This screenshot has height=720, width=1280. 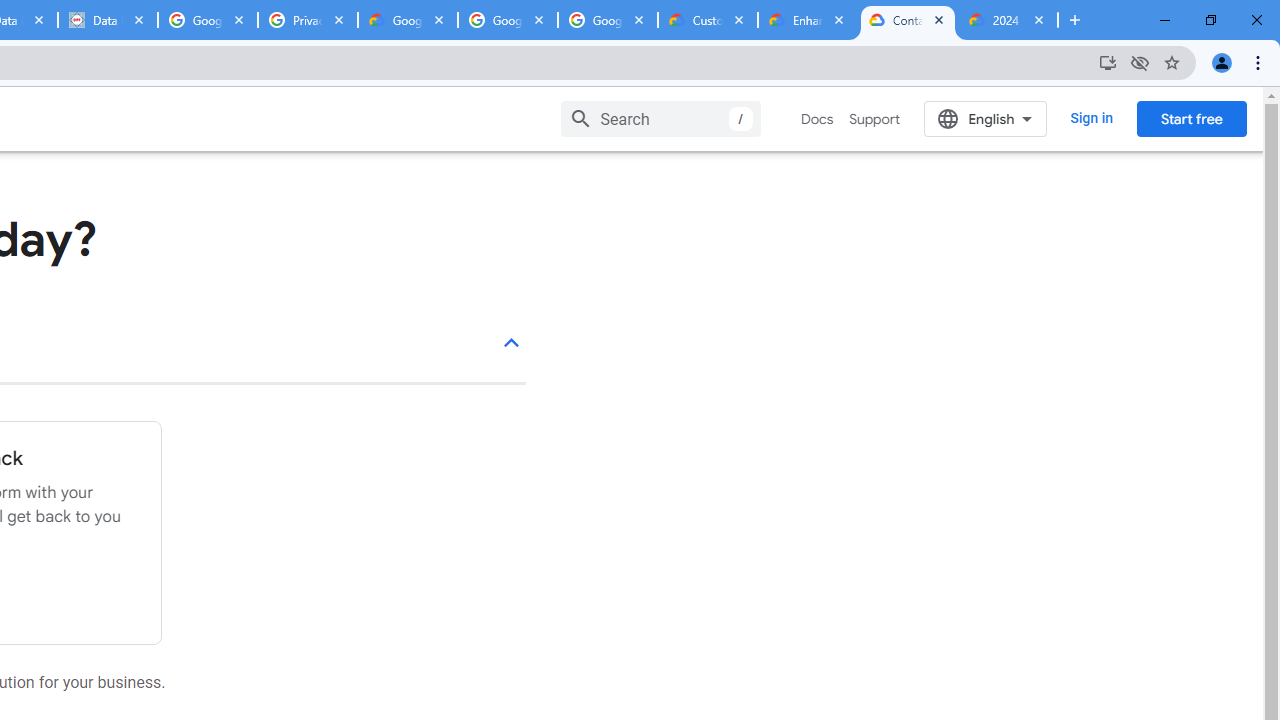 I want to click on 'English', so click(x=985, y=118).